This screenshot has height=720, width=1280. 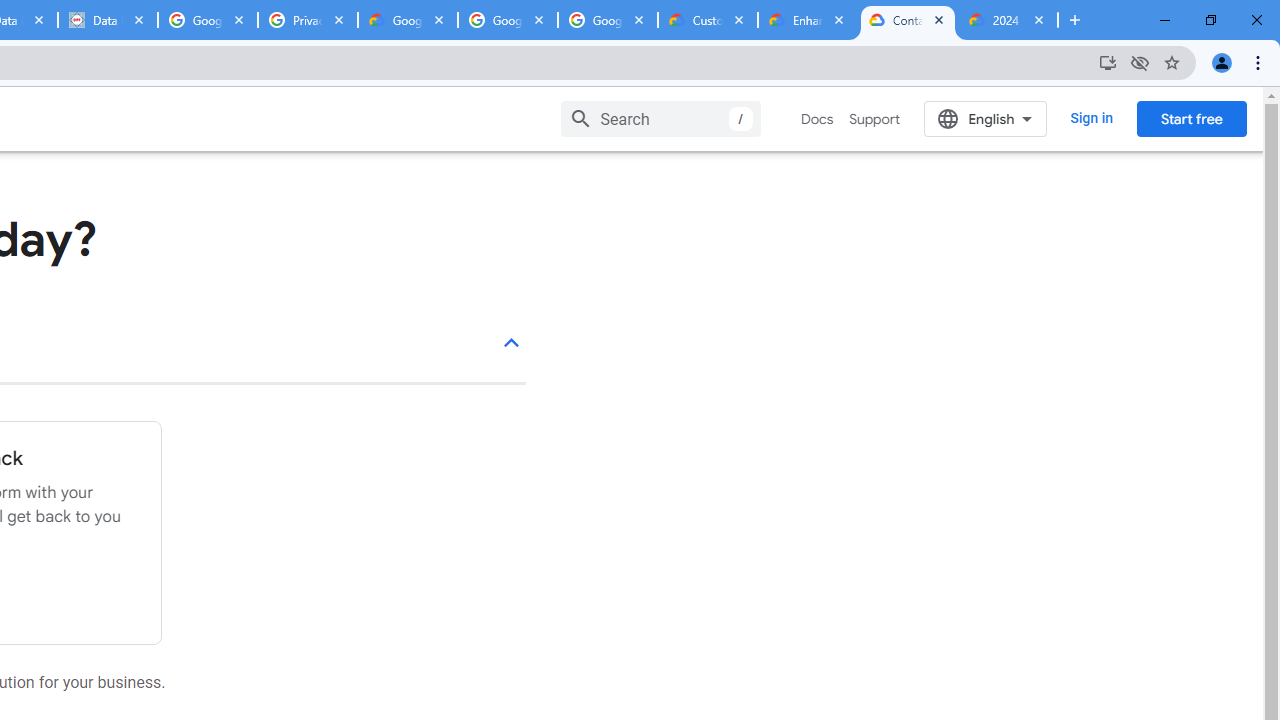 I want to click on 'English', so click(x=985, y=118).